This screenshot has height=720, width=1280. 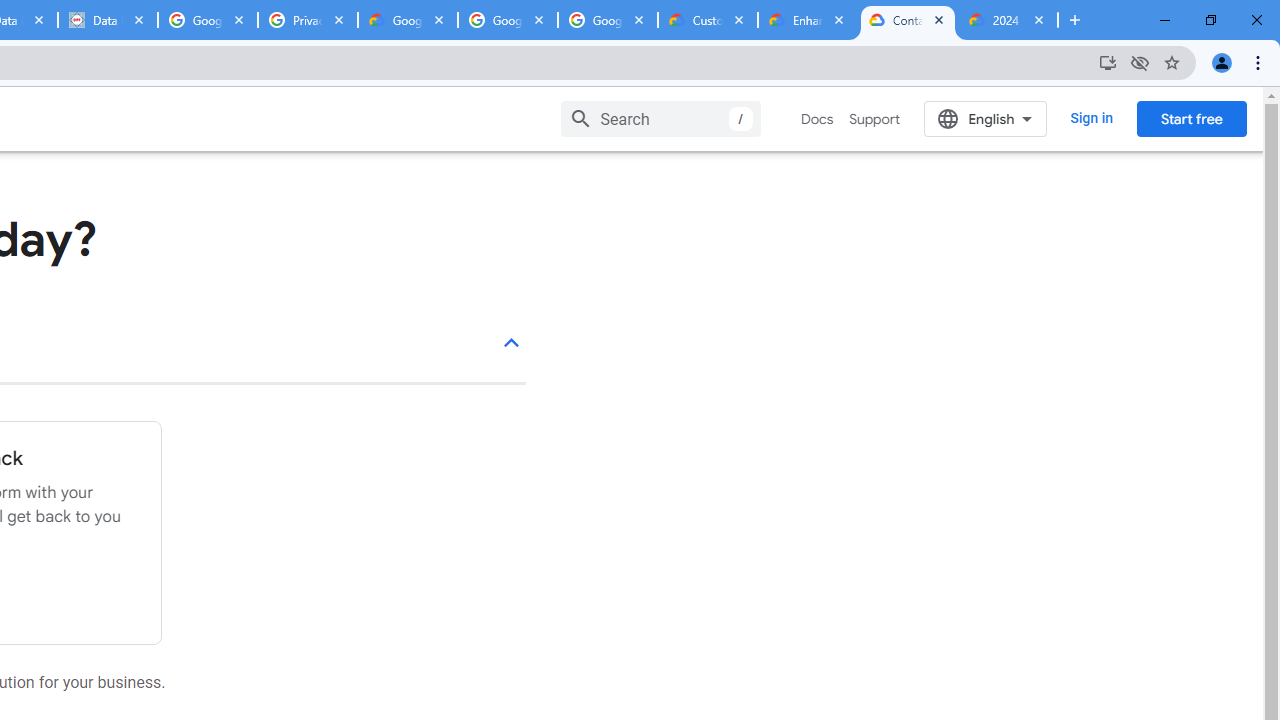 I want to click on 'English', so click(x=985, y=118).